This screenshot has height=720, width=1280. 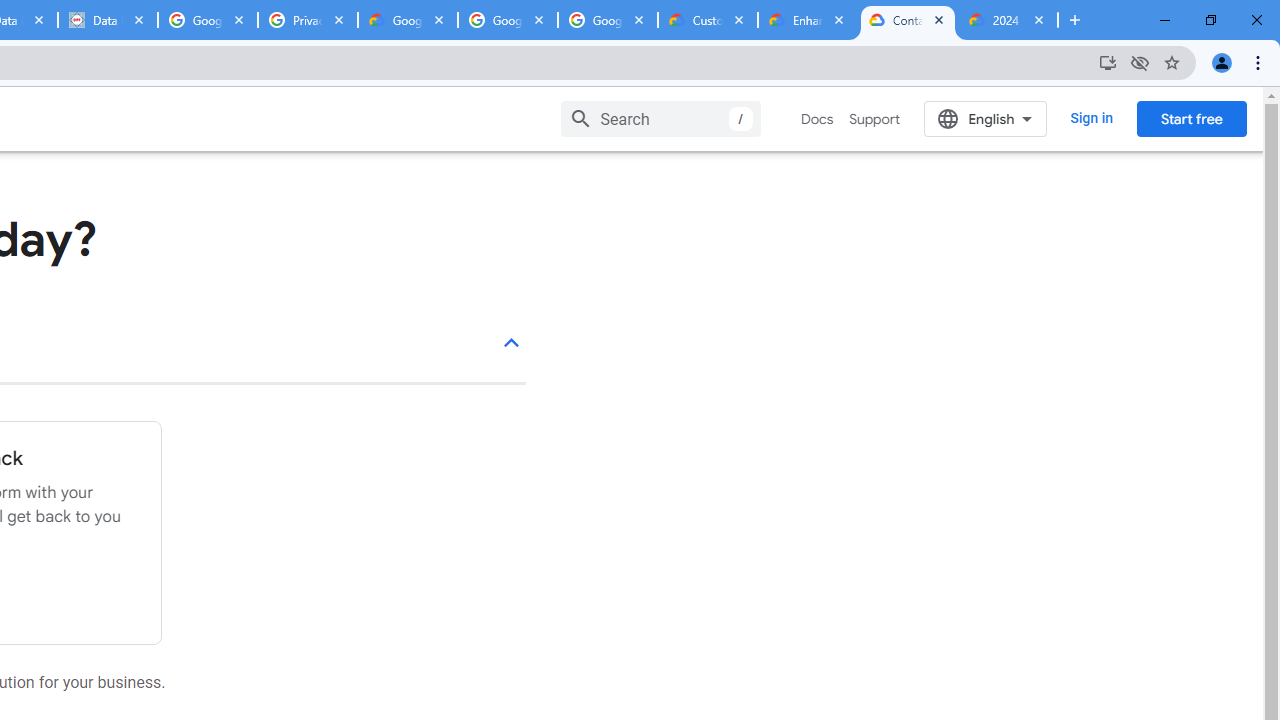 I want to click on 'English', so click(x=985, y=118).